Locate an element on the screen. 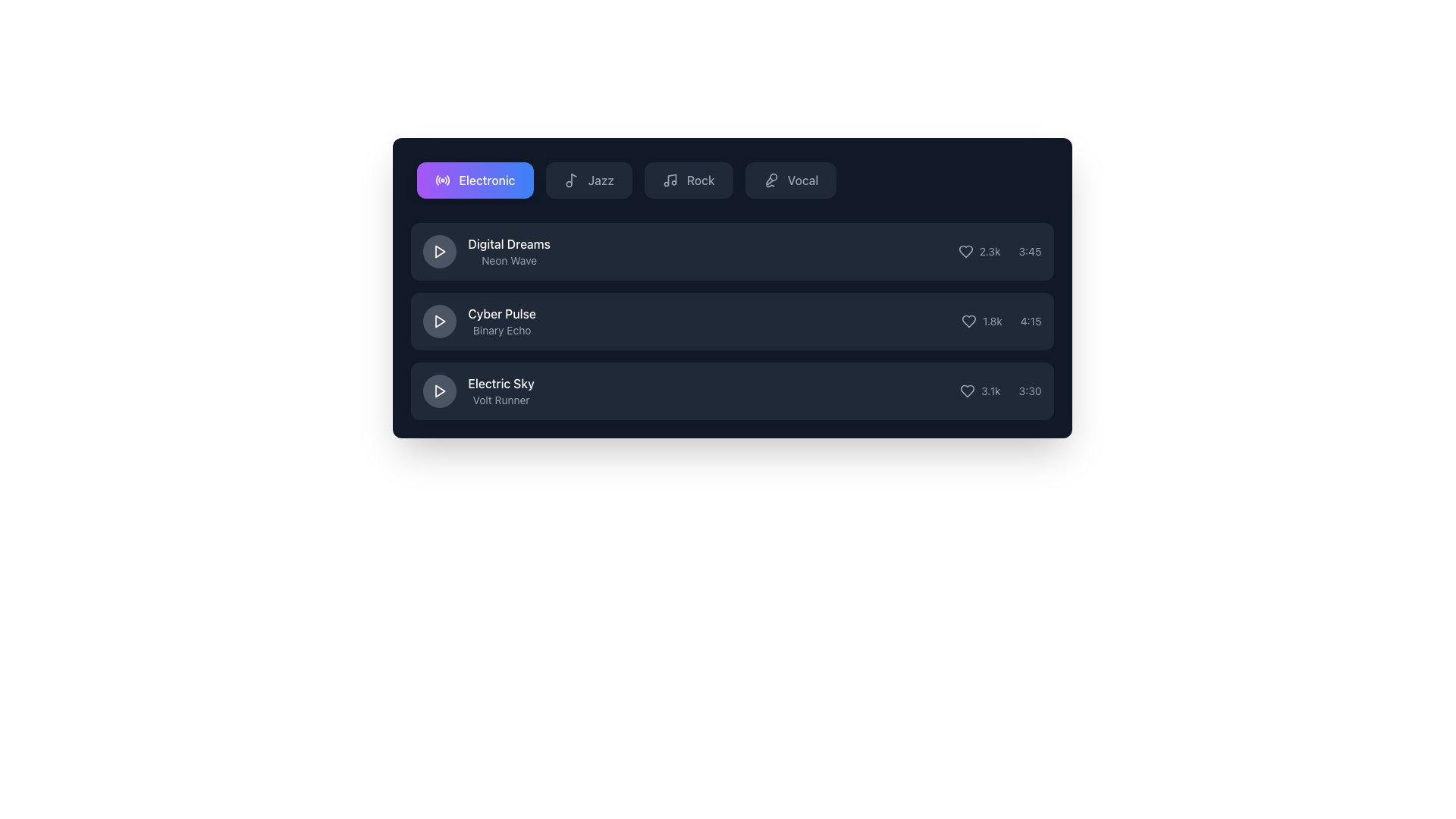  displayed metadata from the list item titled 'Electric Sky' with a dark-gray background and play button is located at coordinates (732, 391).